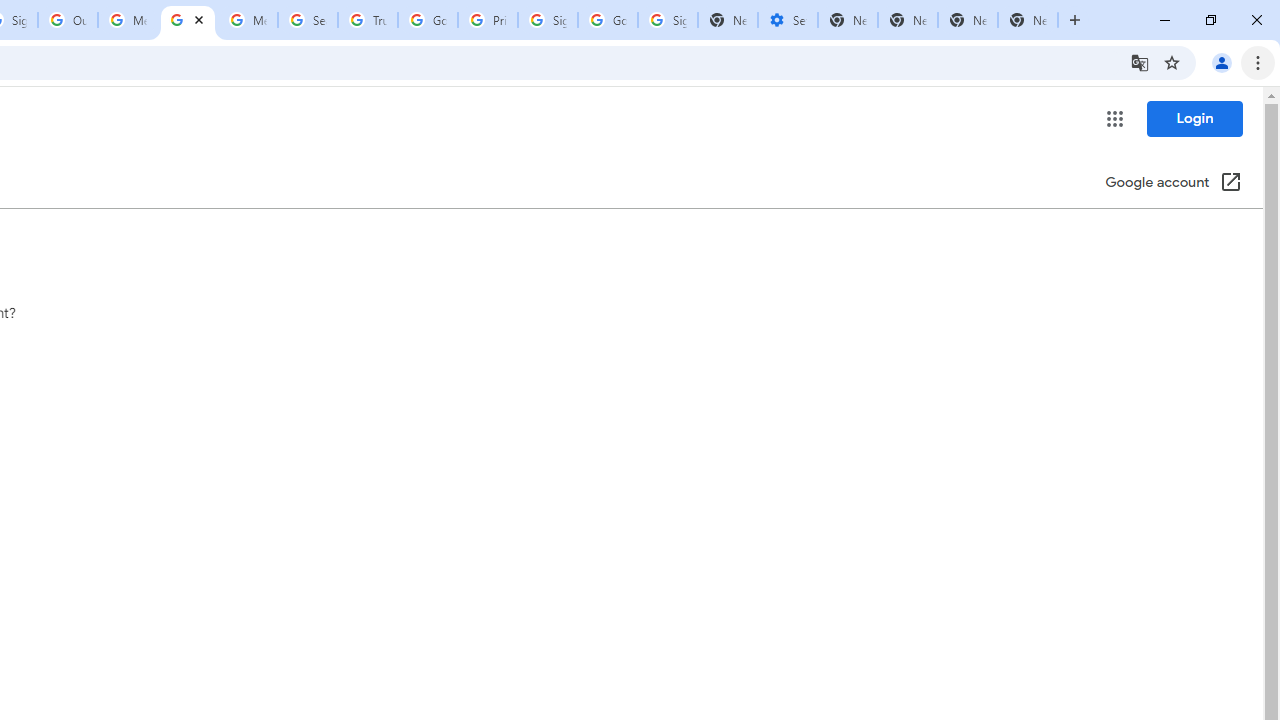 The height and width of the screenshot is (720, 1280). What do you see at coordinates (607, 20) in the screenshot?
I see `'Google Cybersecurity Innovations - Google Safety Center'` at bounding box center [607, 20].